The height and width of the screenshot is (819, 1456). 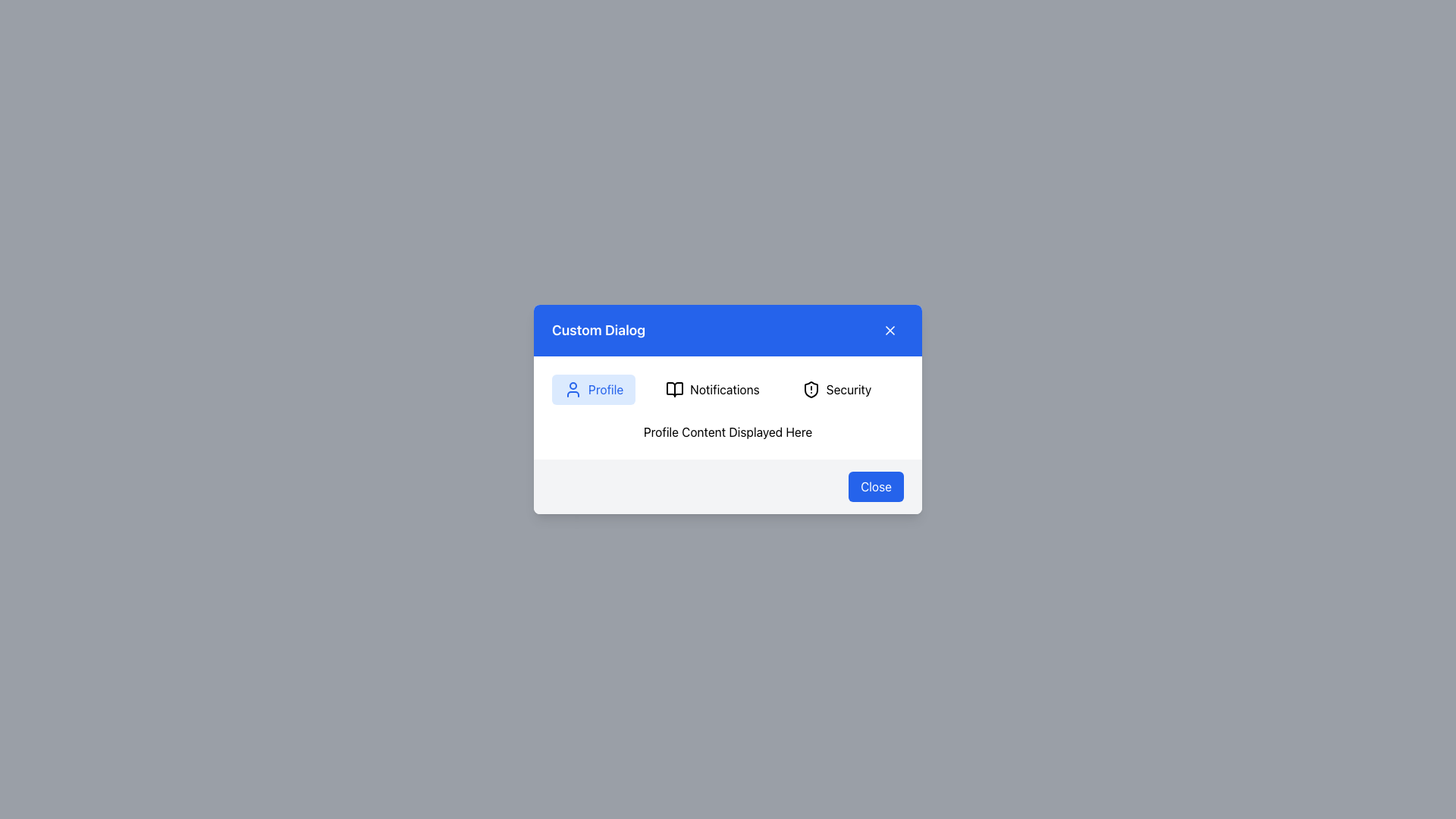 What do you see at coordinates (890, 329) in the screenshot?
I see `the close icon button located in the top-right corner of the dialog box` at bounding box center [890, 329].